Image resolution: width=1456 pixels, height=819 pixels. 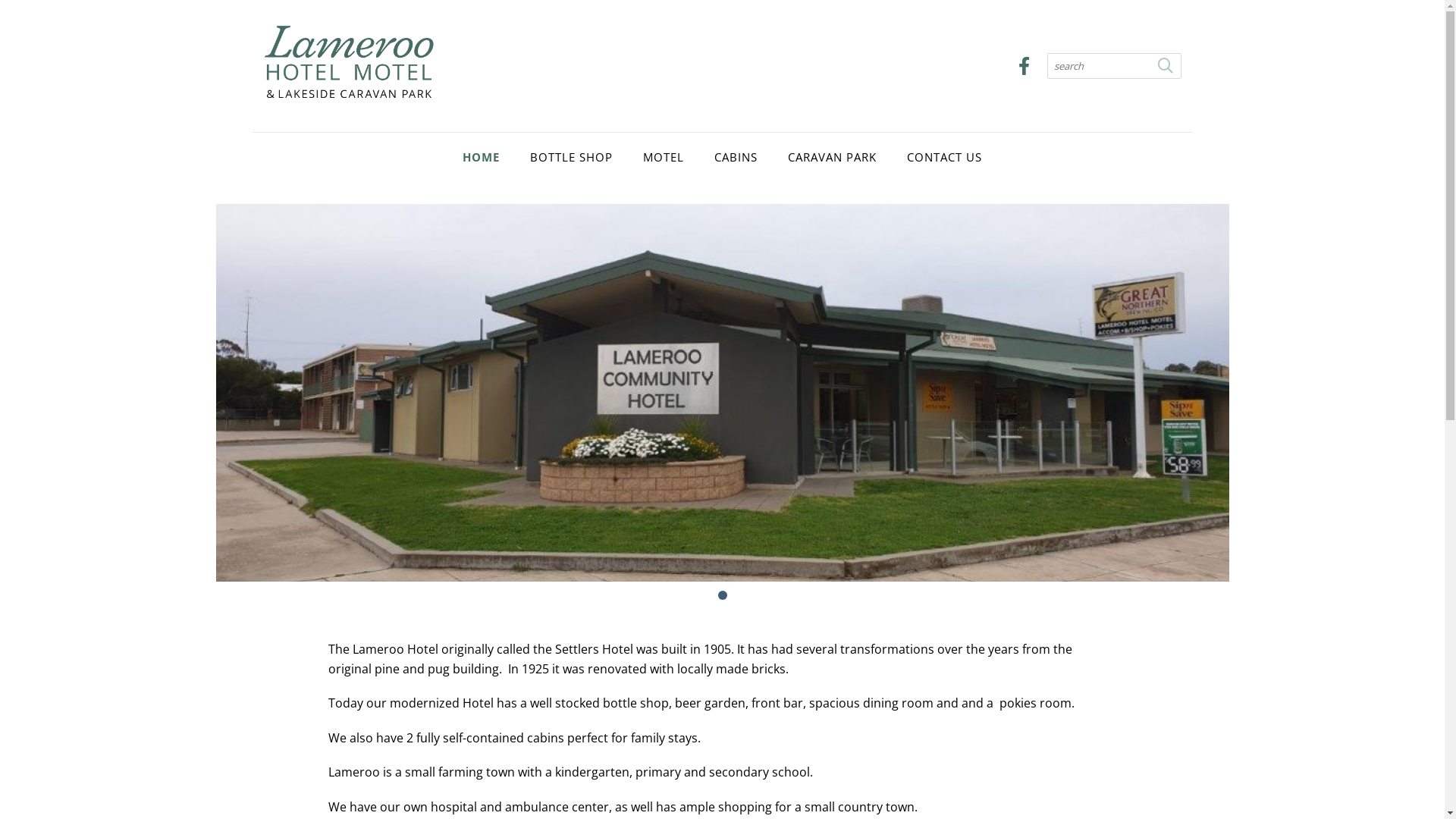 I want to click on '1', so click(x=720, y=595).